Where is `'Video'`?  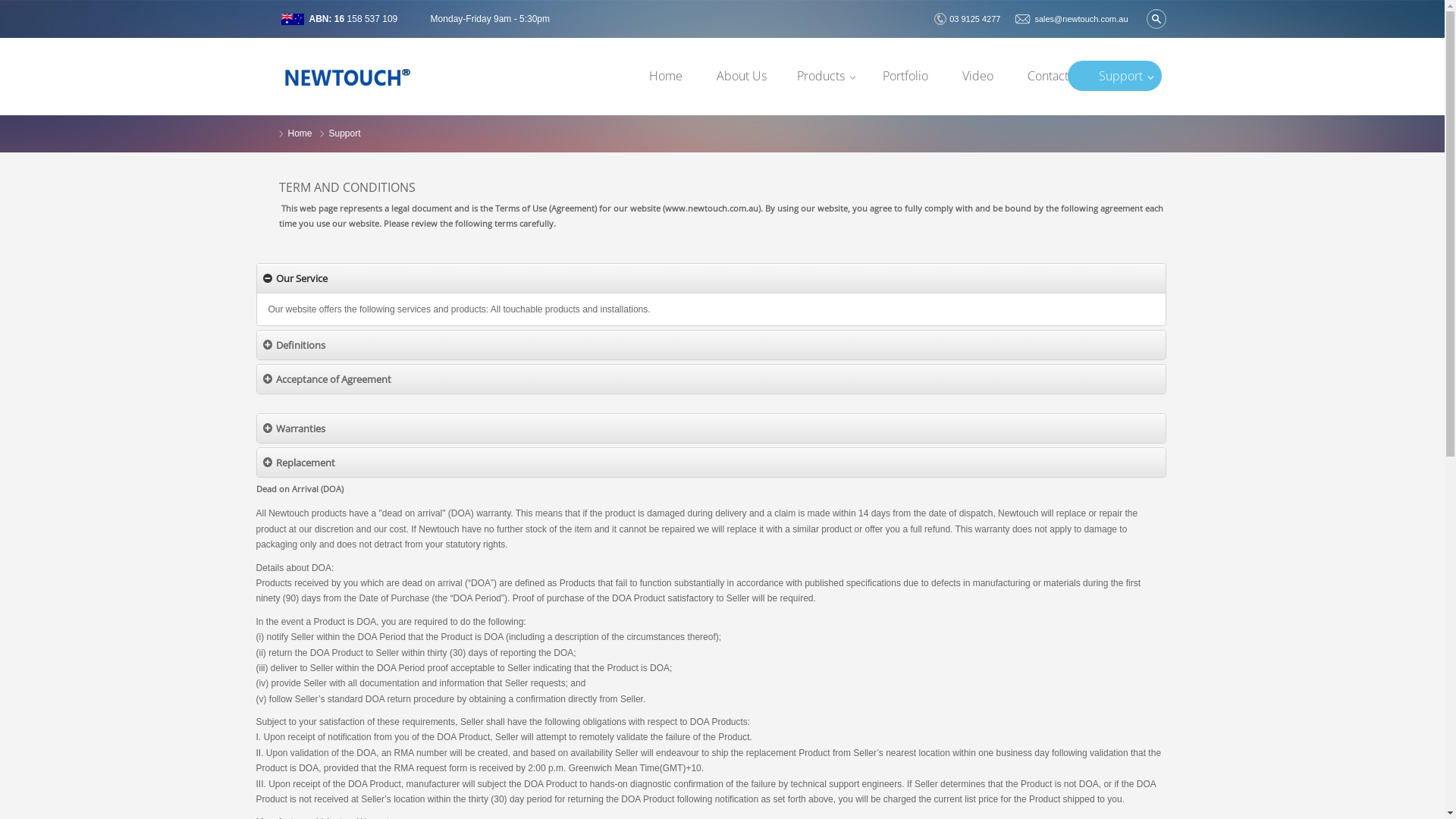 'Video' is located at coordinates (977, 76).